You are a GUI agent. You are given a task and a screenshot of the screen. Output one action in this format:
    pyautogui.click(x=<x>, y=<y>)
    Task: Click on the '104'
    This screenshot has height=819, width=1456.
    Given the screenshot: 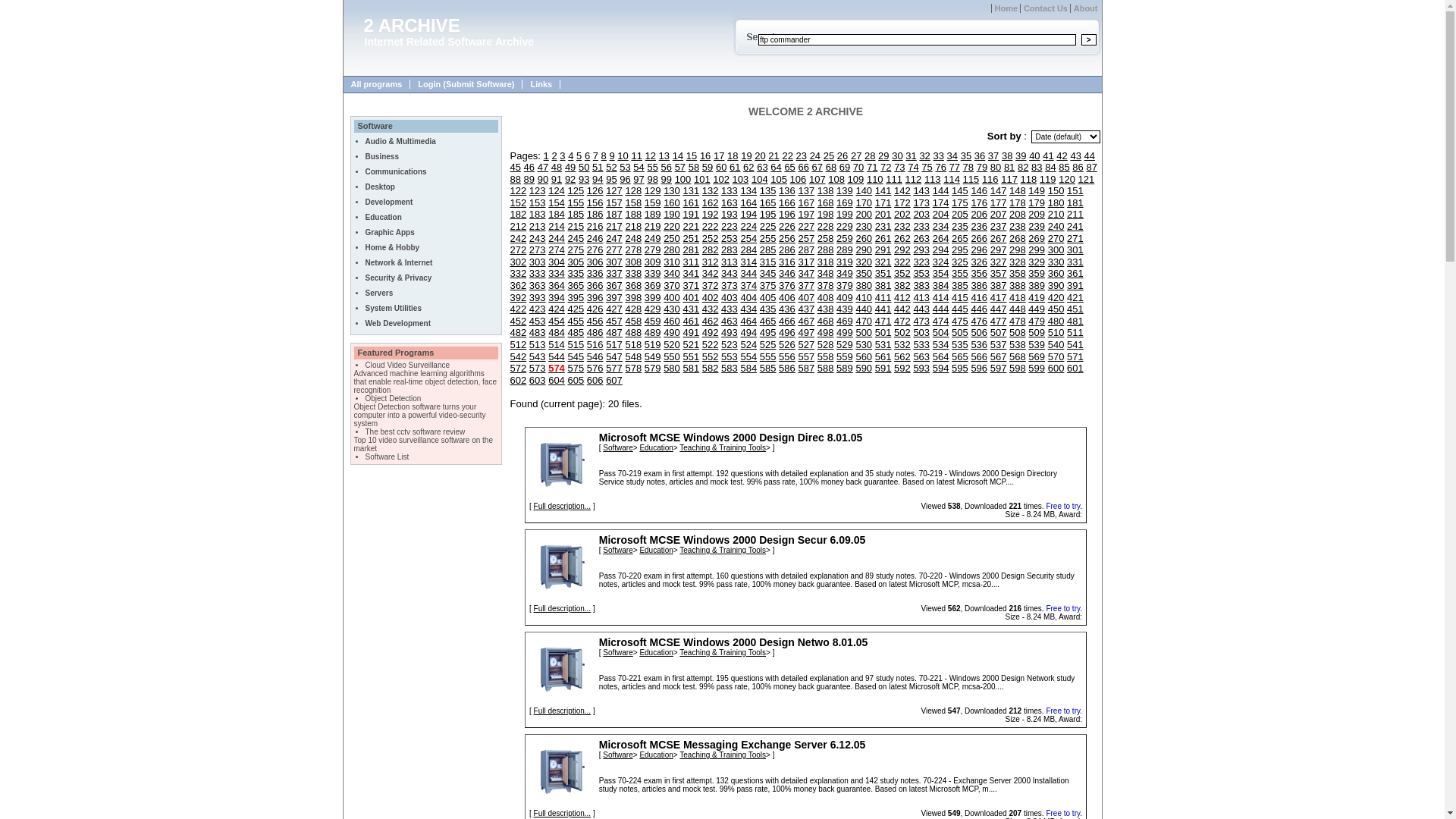 What is the action you would take?
    pyautogui.click(x=760, y=178)
    